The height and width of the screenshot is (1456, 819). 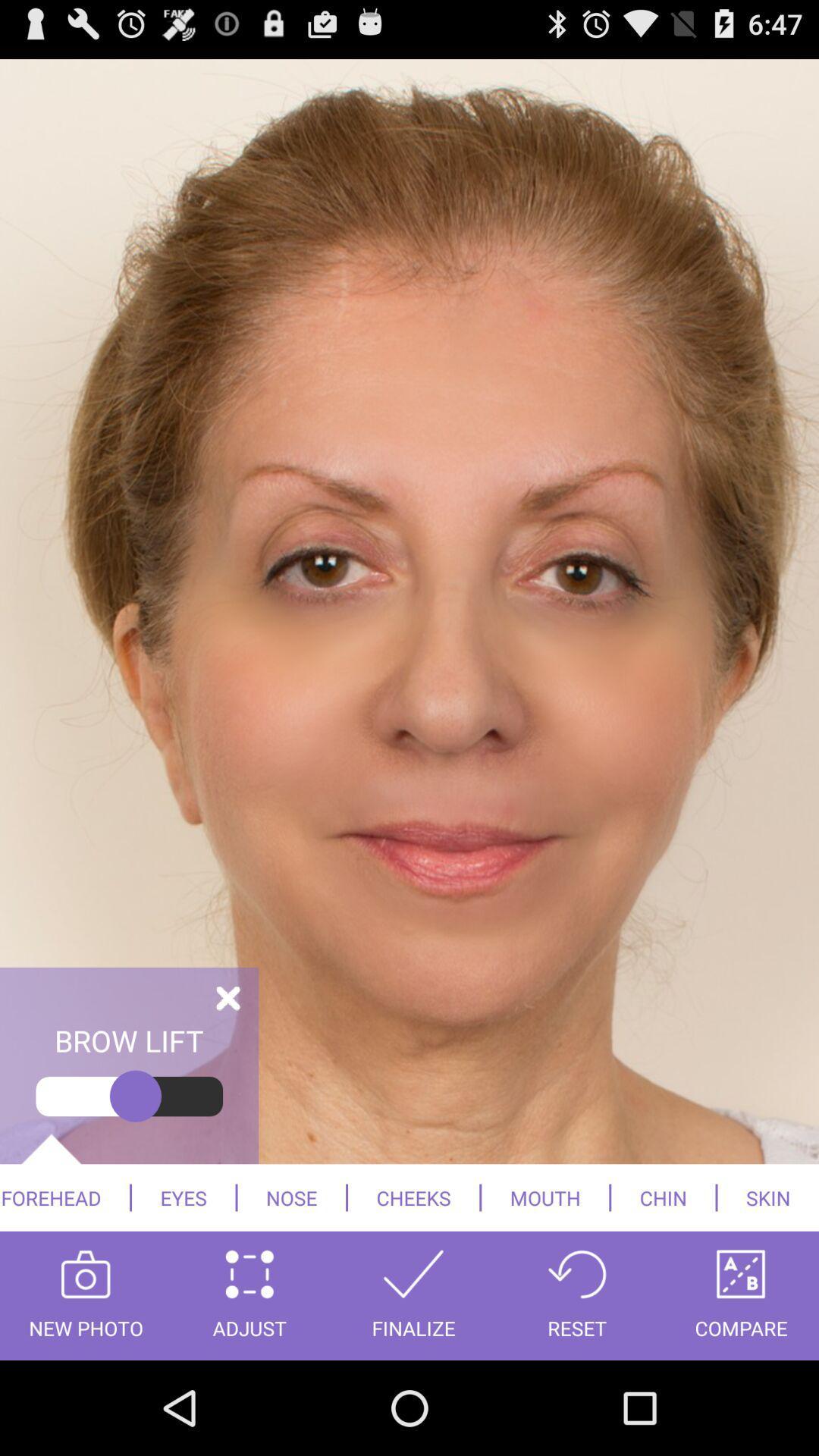 I want to click on skin app, so click(x=768, y=1197).